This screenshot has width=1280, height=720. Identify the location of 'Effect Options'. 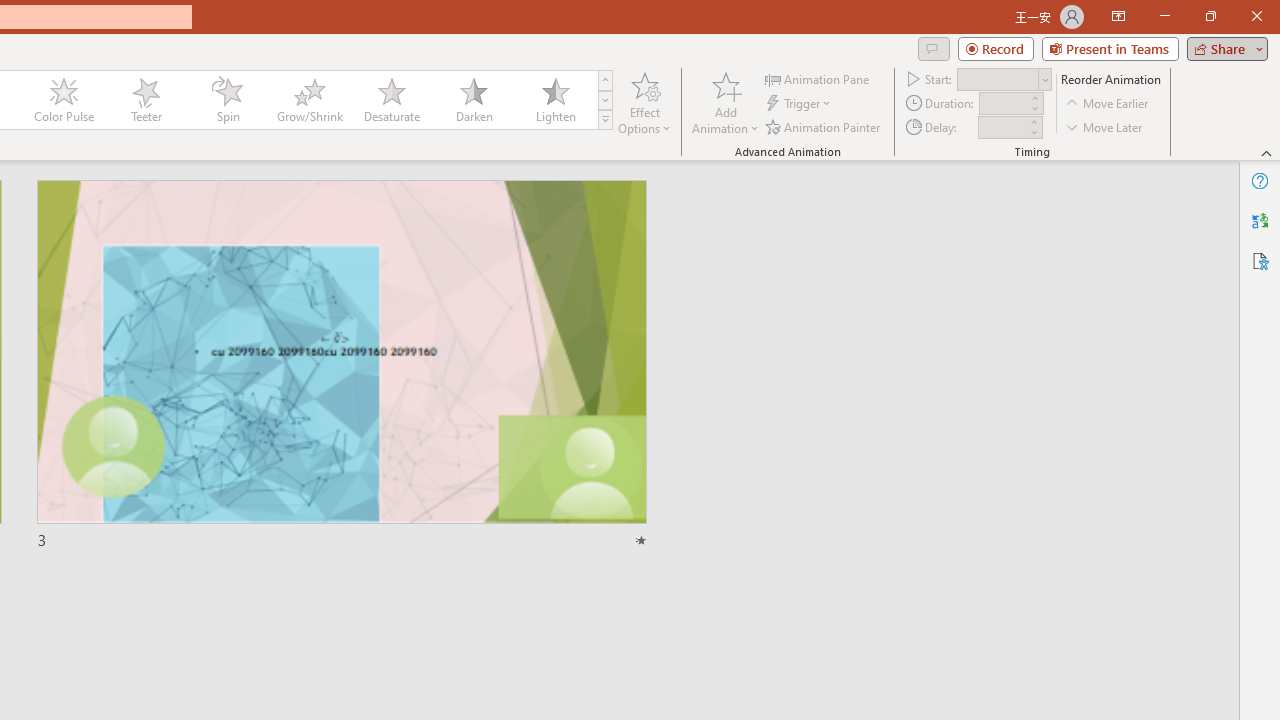
(645, 103).